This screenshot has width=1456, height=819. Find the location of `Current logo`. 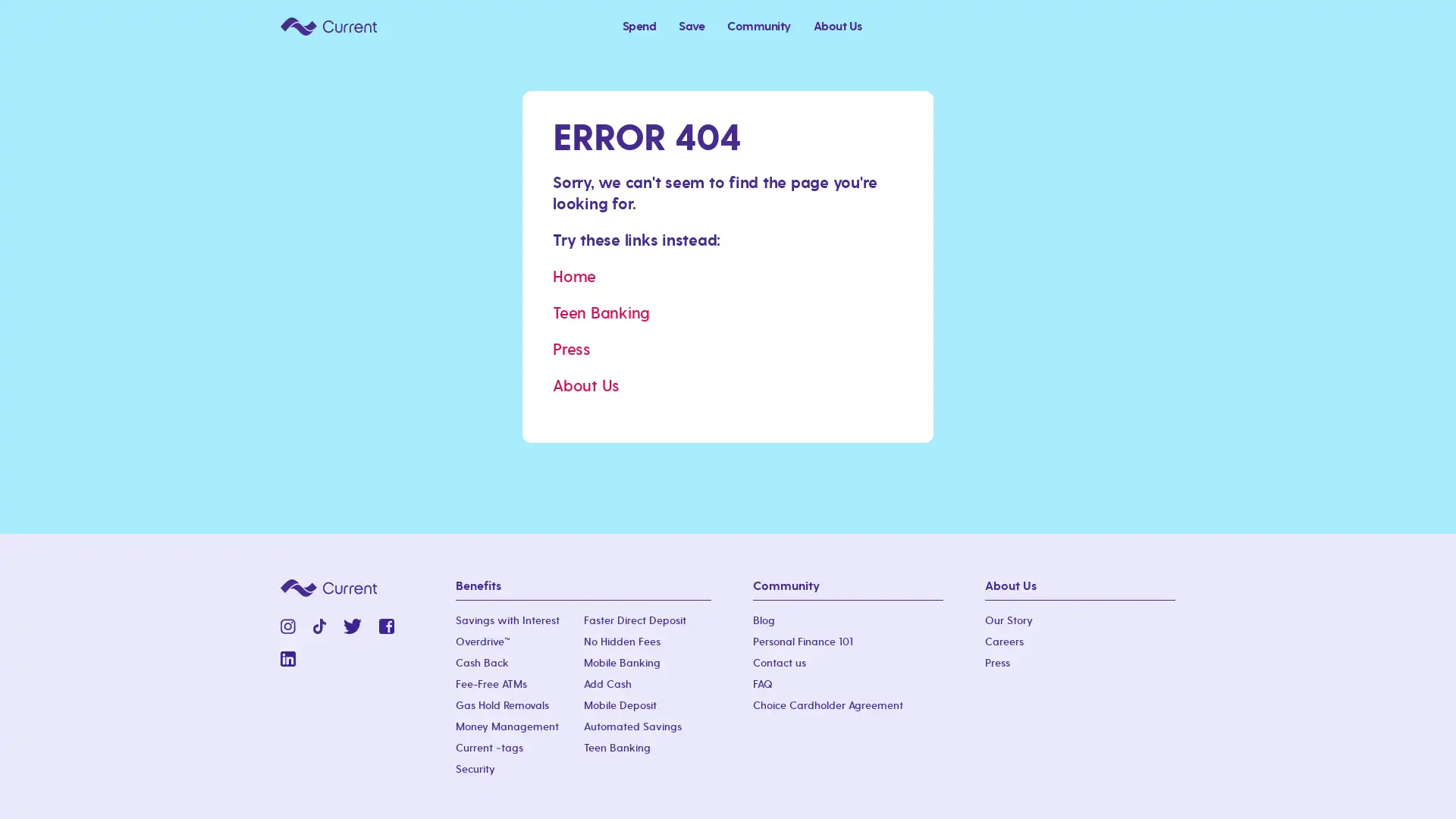

Current logo is located at coordinates (328, 25).